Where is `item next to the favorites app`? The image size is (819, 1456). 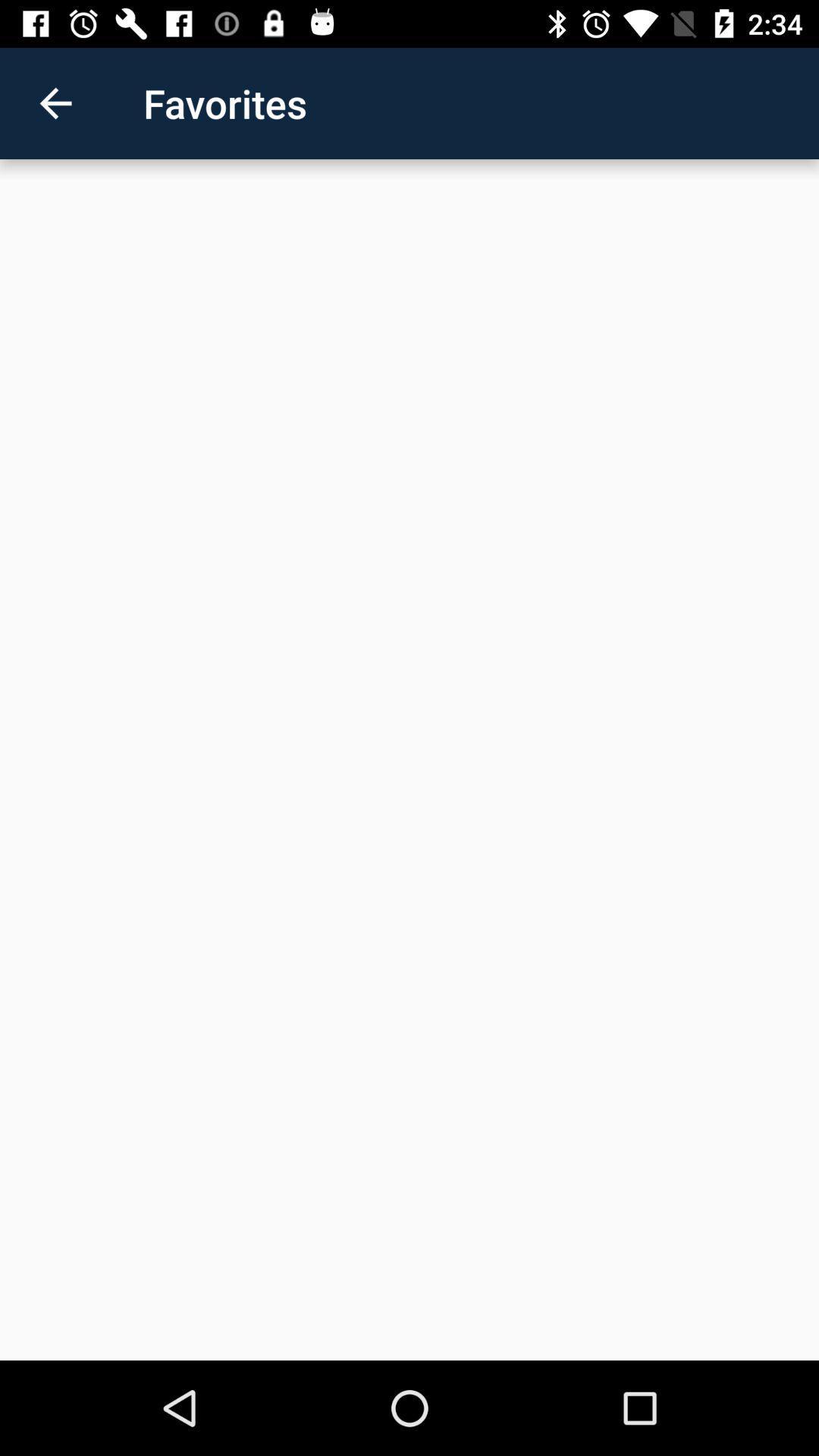
item next to the favorites app is located at coordinates (55, 102).